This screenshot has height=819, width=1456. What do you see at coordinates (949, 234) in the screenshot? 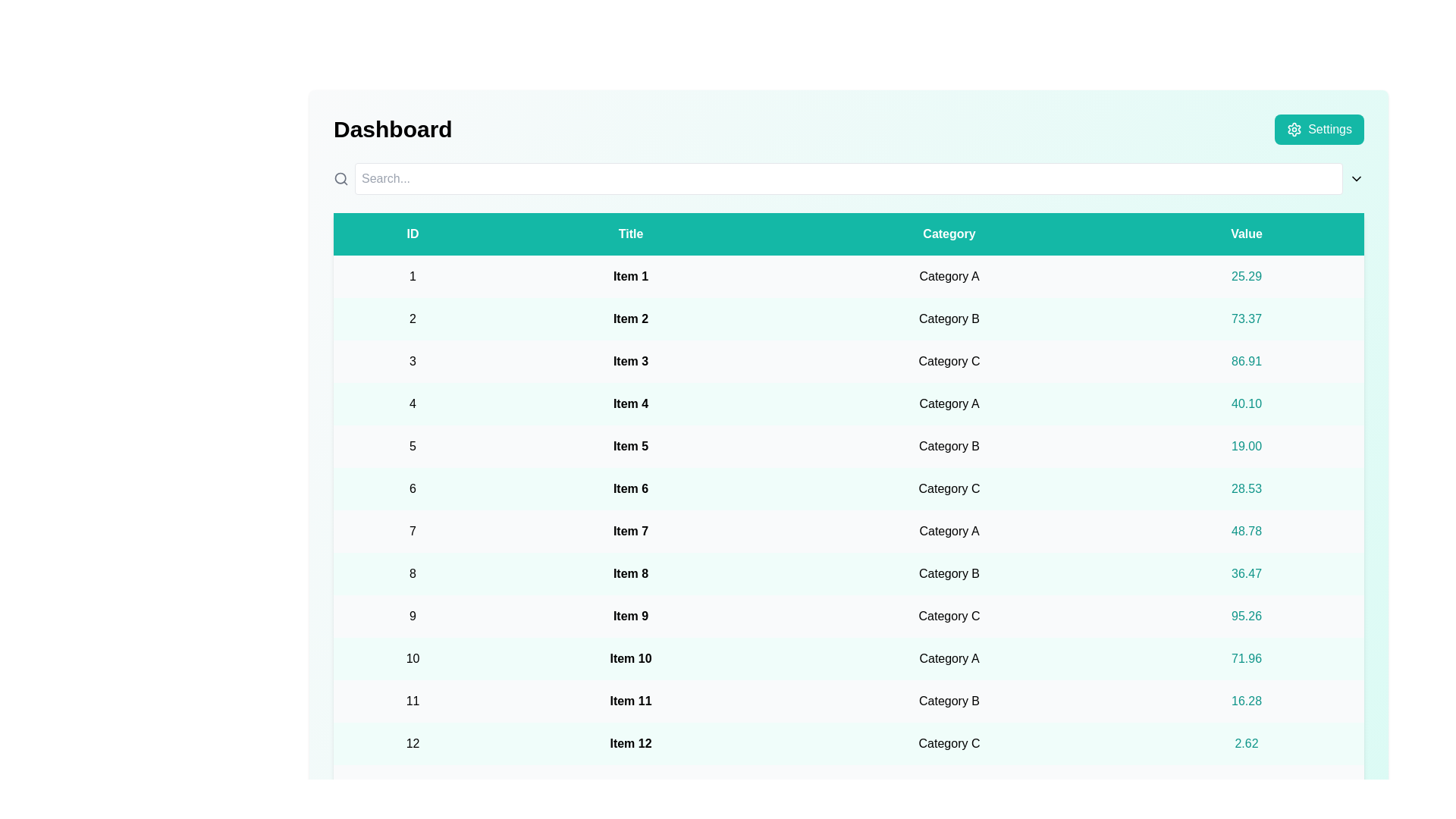
I see `the Category header to sort the table data` at bounding box center [949, 234].